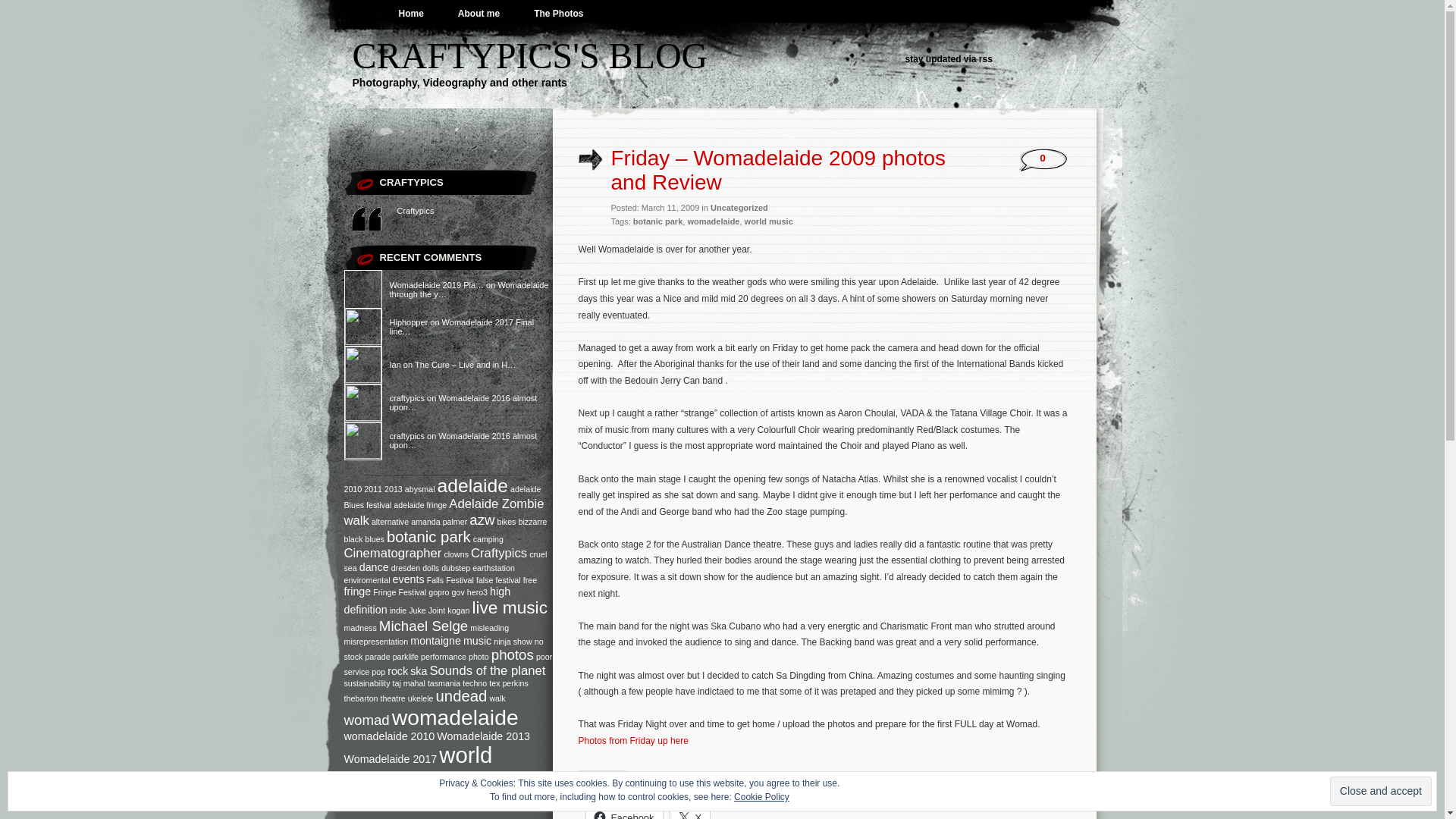 This screenshot has height=819, width=1456. What do you see at coordinates (509, 683) in the screenshot?
I see `'tex perkins'` at bounding box center [509, 683].